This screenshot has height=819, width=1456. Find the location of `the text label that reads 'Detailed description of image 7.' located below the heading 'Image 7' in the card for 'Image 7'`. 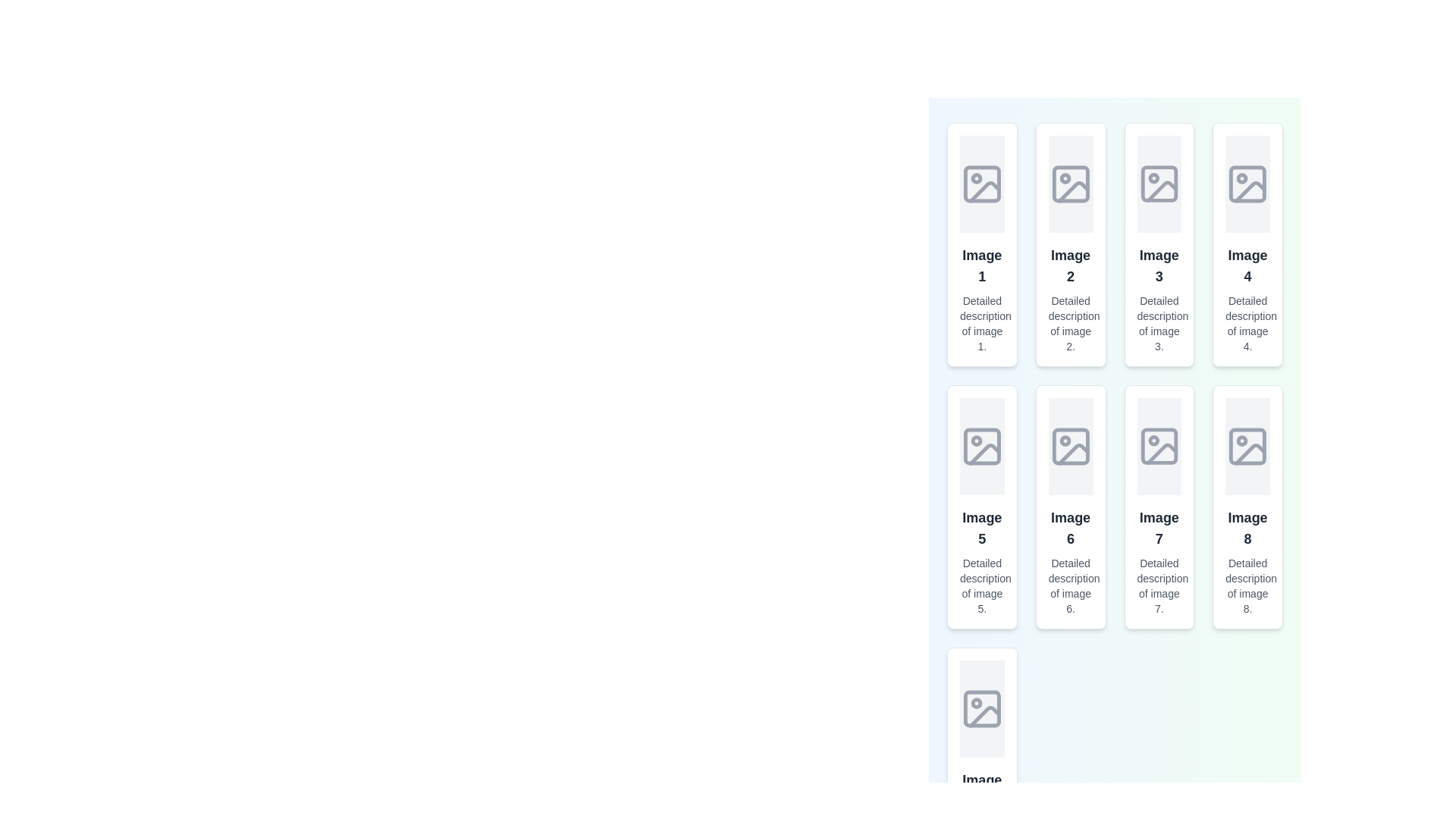

the text label that reads 'Detailed description of image 7.' located below the heading 'Image 7' in the card for 'Image 7' is located at coordinates (1158, 585).